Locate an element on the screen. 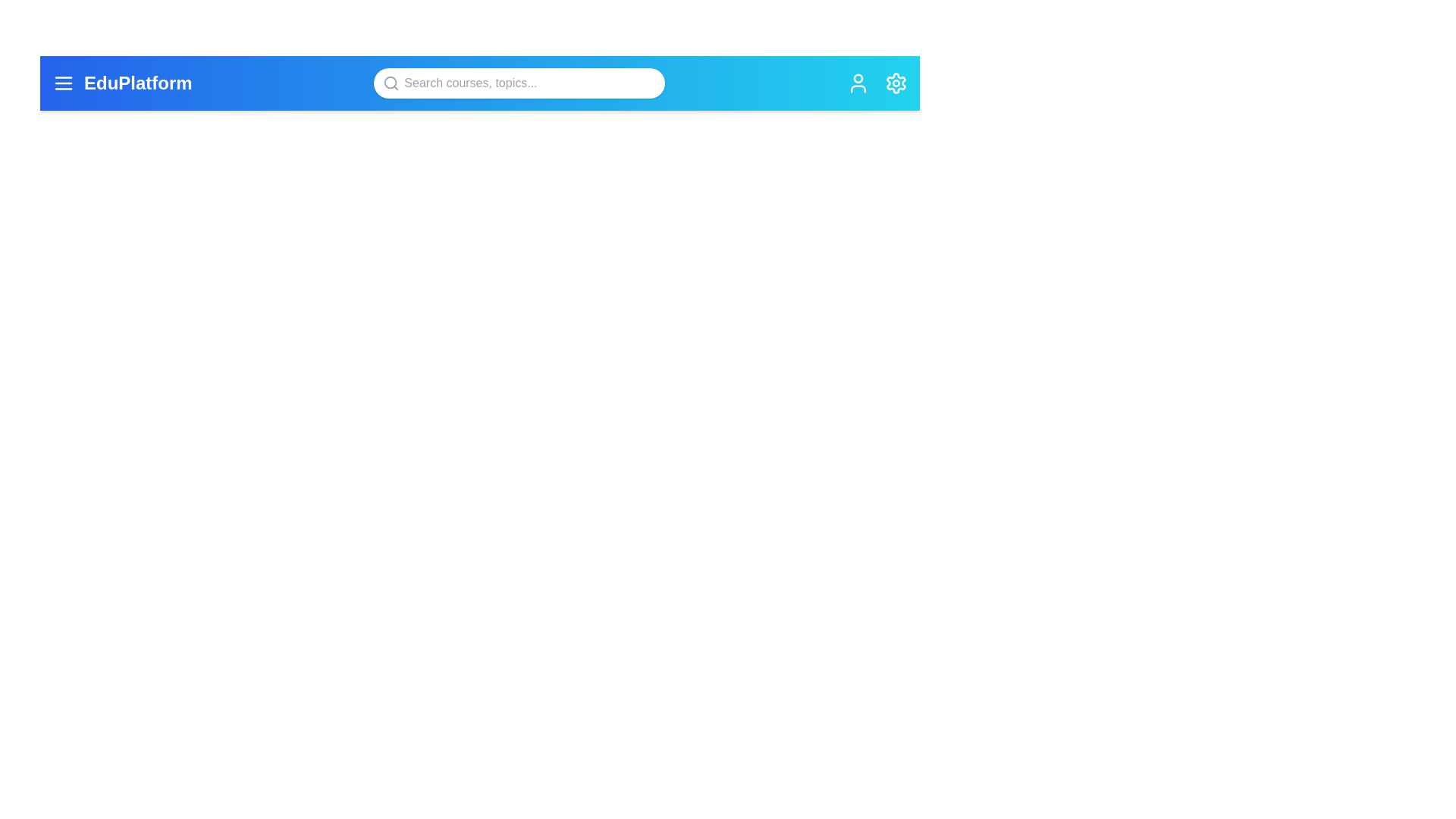  the menu icon to open the navigation drawer is located at coordinates (62, 83).